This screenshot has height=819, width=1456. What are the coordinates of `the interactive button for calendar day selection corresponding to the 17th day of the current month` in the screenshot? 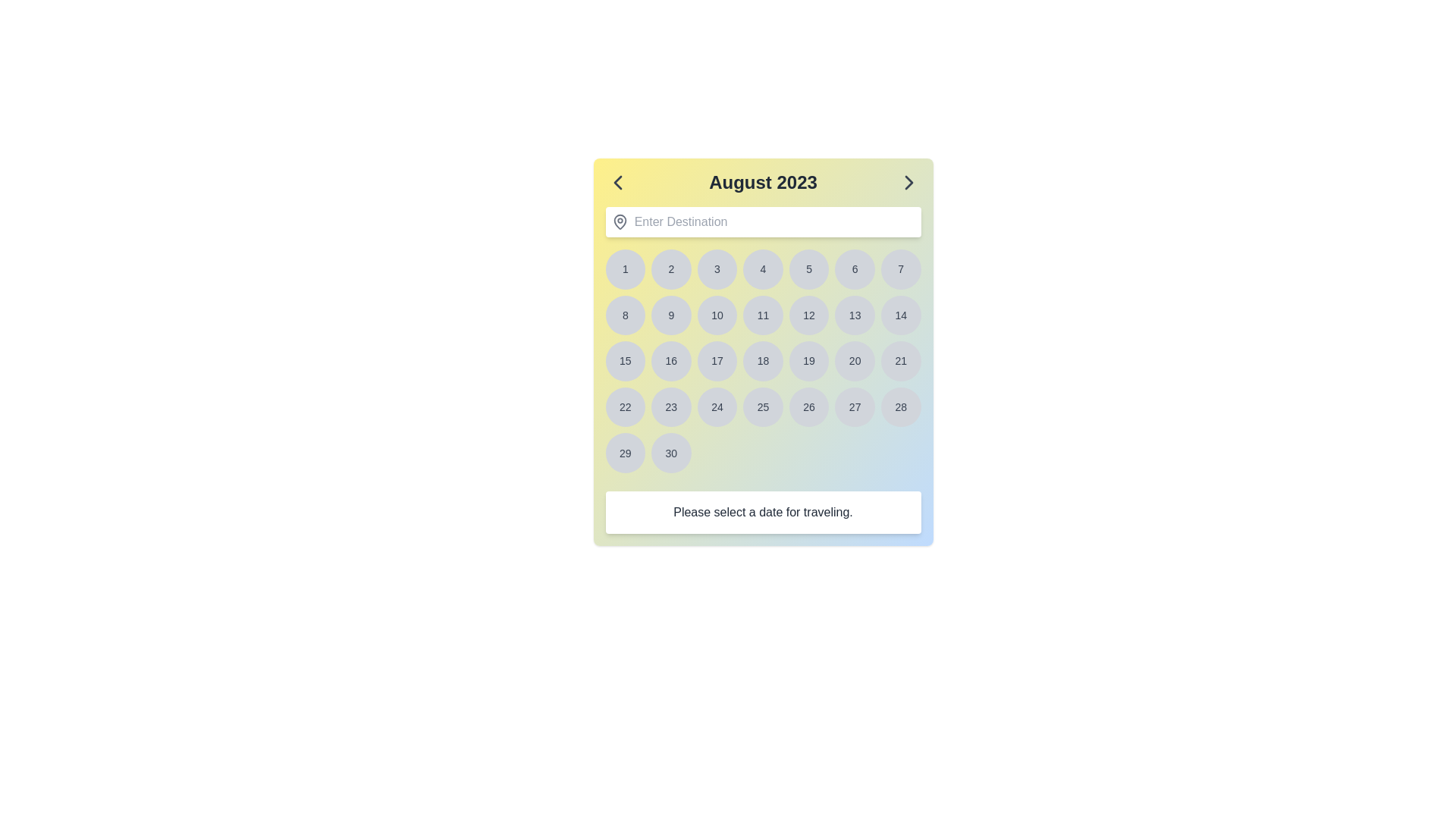 It's located at (716, 361).